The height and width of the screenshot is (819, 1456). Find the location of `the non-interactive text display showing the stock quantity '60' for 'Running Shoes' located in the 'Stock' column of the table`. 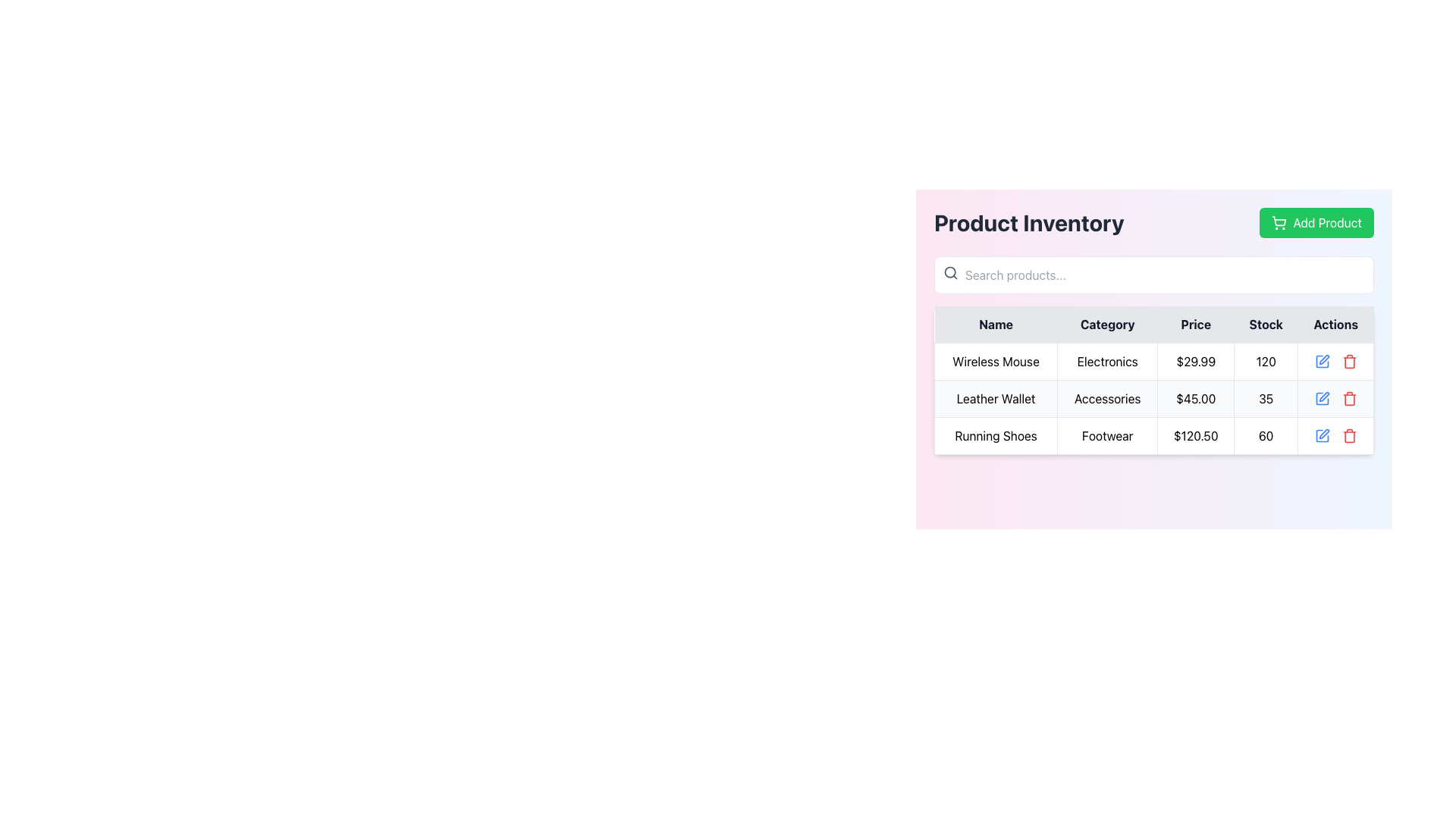

the non-interactive text display showing the stock quantity '60' for 'Running Shoes' located in the 'Stock' column of the table is located at coordinates (1266, 435).